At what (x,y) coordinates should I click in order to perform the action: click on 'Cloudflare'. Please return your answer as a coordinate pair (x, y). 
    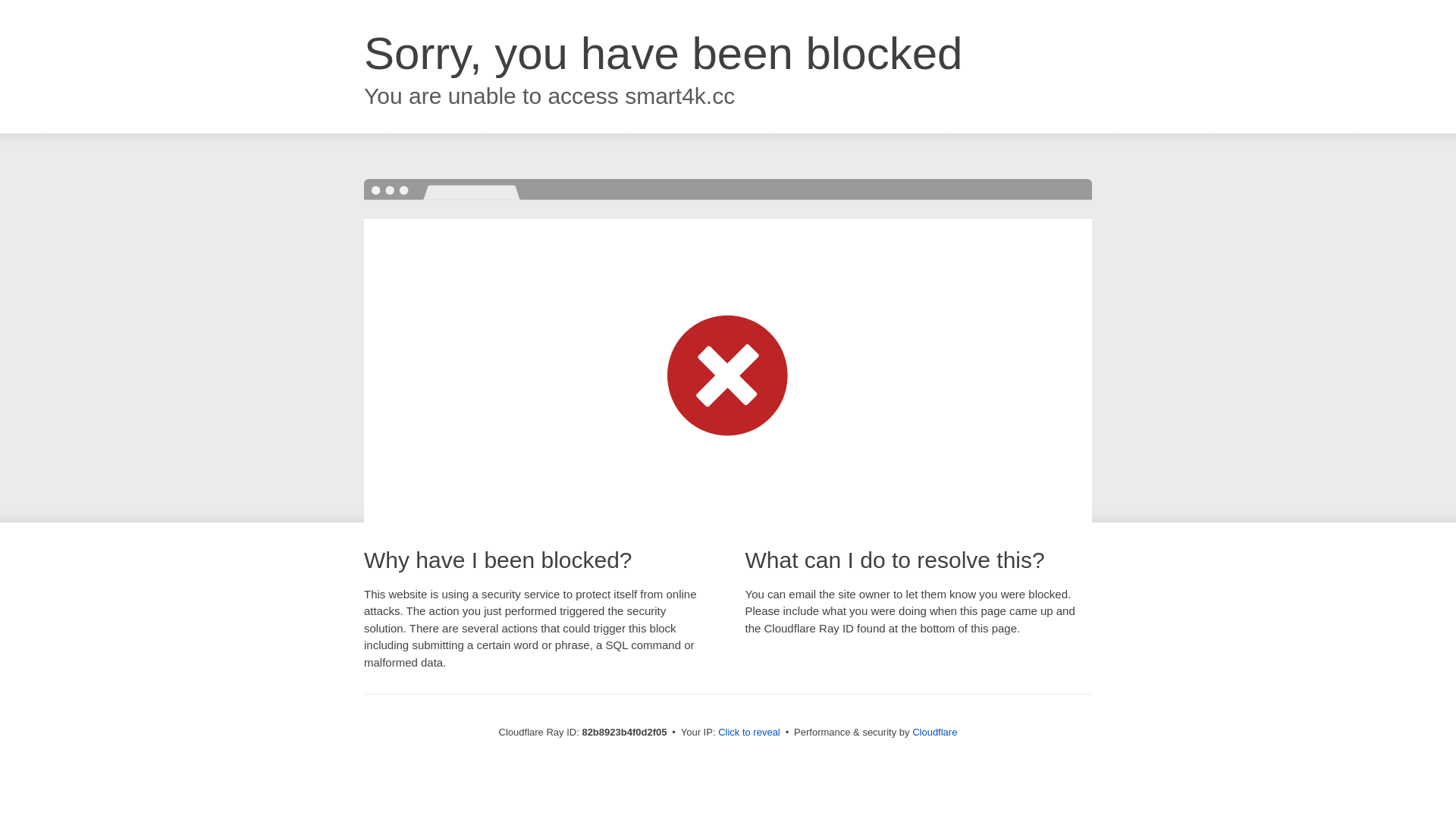
    Looking at the image, I should click on (934, 731).